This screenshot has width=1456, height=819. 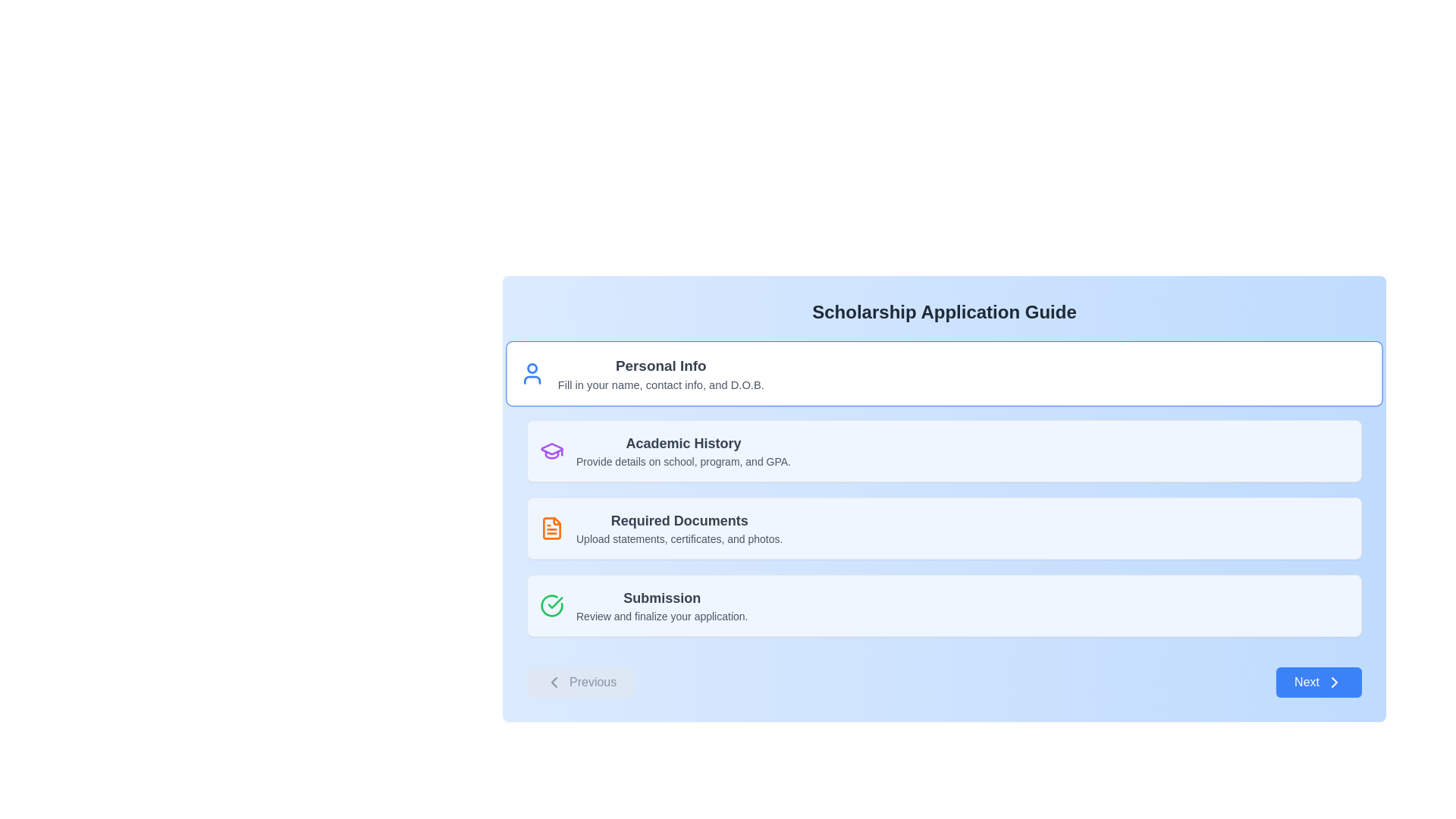 What do you see at coordinates (661, 384) in the screenshot?
I see `the informational text label that provides guidance for the Personal Info section, located below the 'Personal Info' heading` at bounding box center [661, 384].